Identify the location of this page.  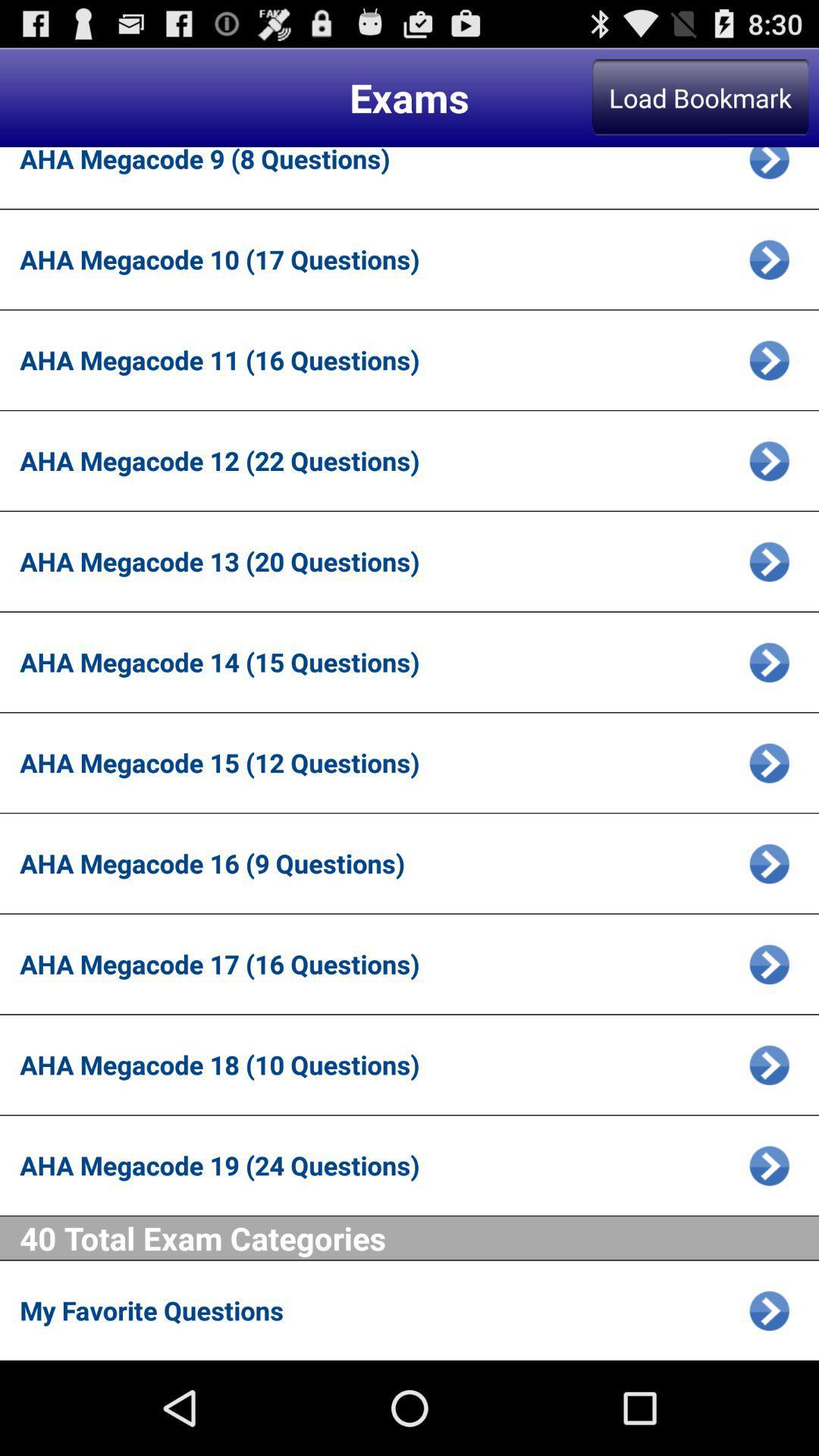
(769, 662).